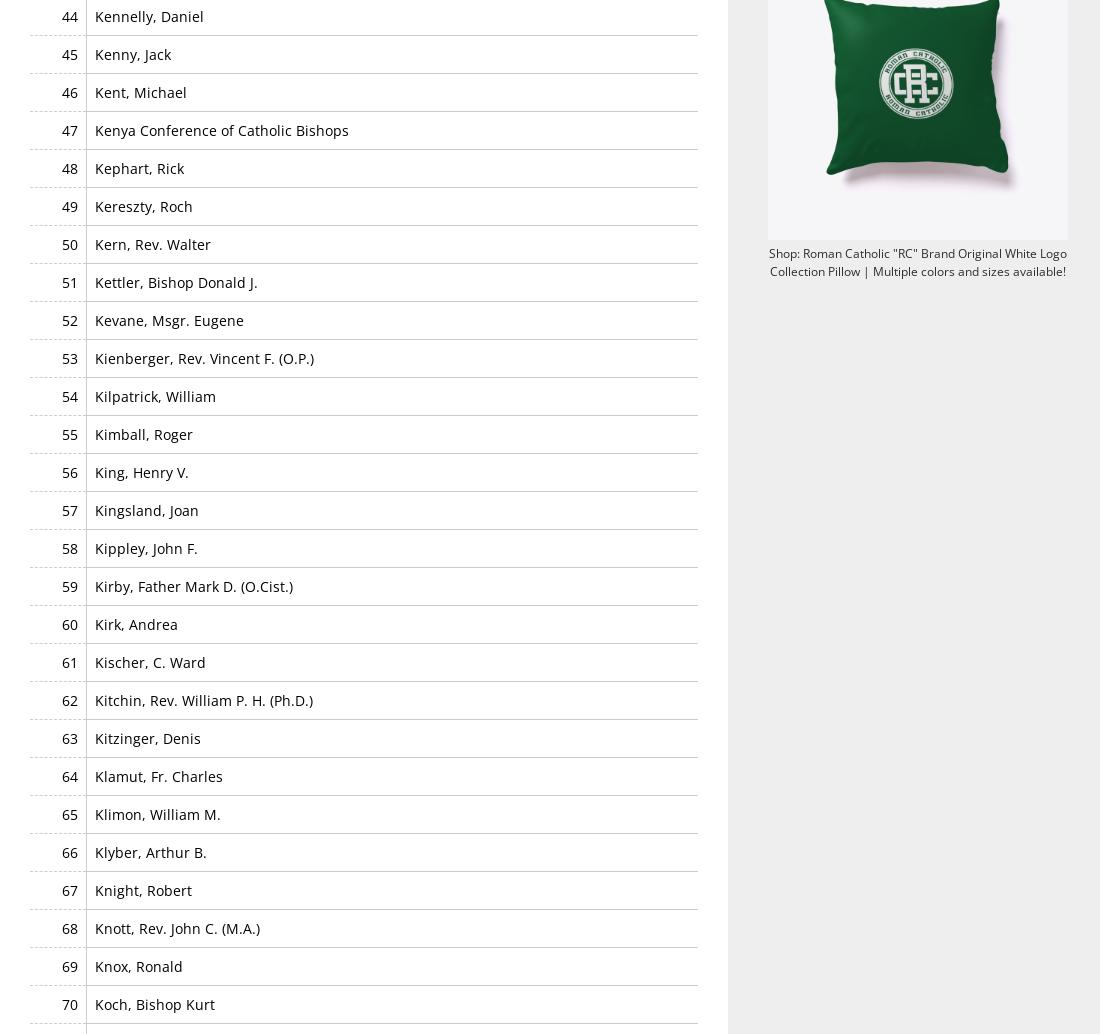  What do you see at coordinates (68, 129) in the screenshot?
I see `'47'` at bounding box center [68, 129].